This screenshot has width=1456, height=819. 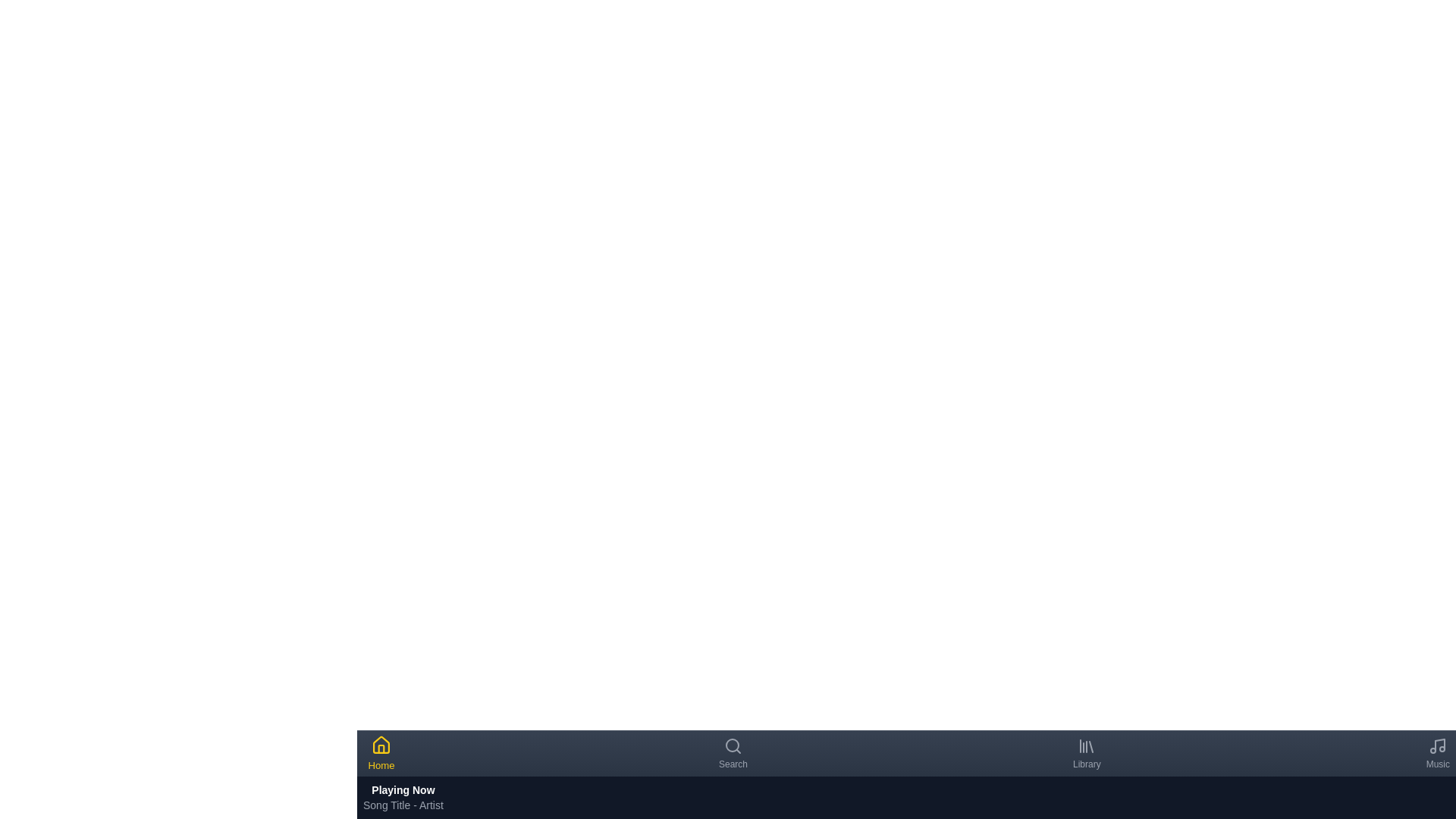 I want to click on the Home navigation tab, so click(x=381, y=754).